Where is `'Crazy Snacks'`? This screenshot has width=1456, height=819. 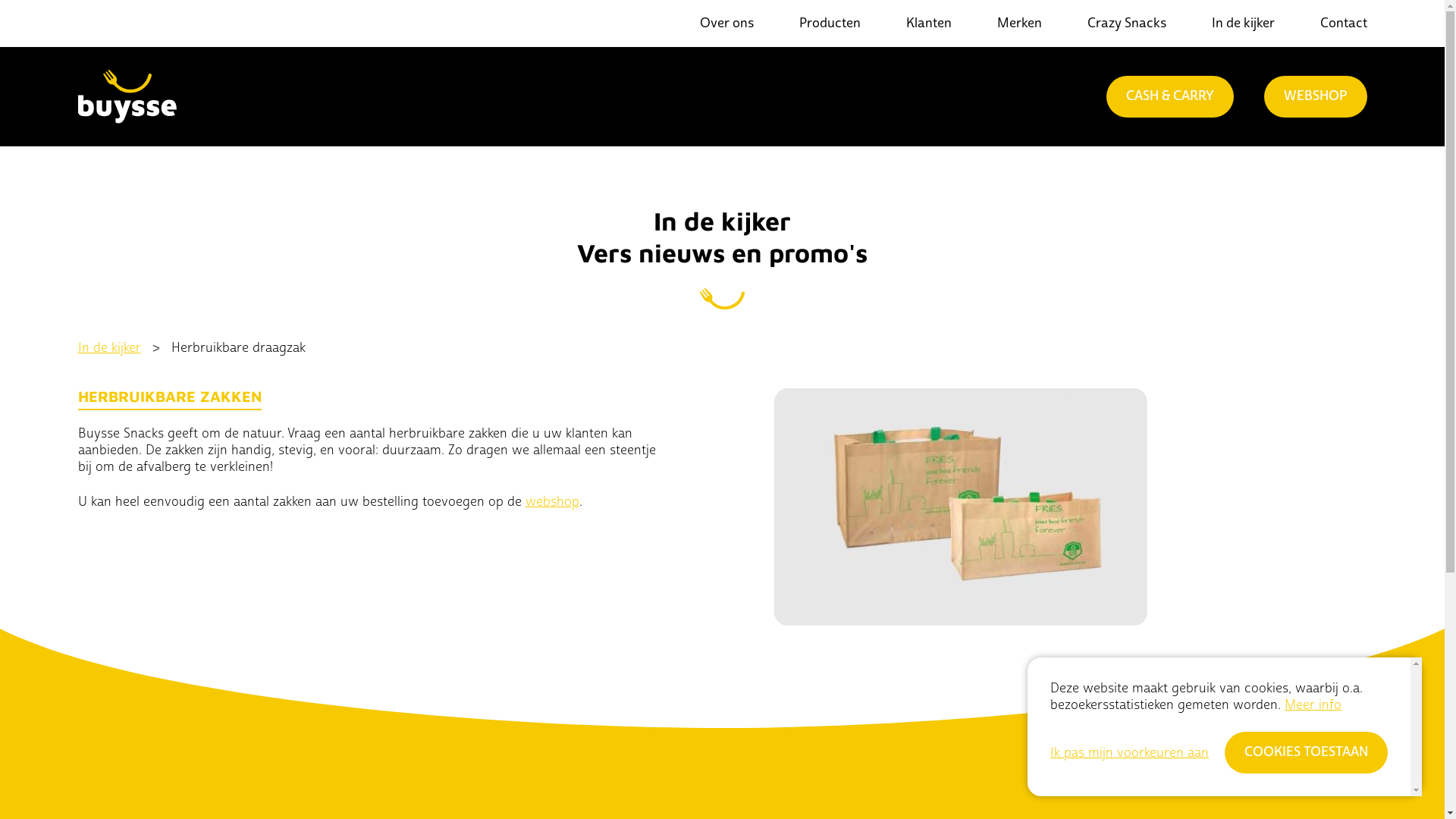 'Crazy Snacks' is located at coordinates (1127, 23).